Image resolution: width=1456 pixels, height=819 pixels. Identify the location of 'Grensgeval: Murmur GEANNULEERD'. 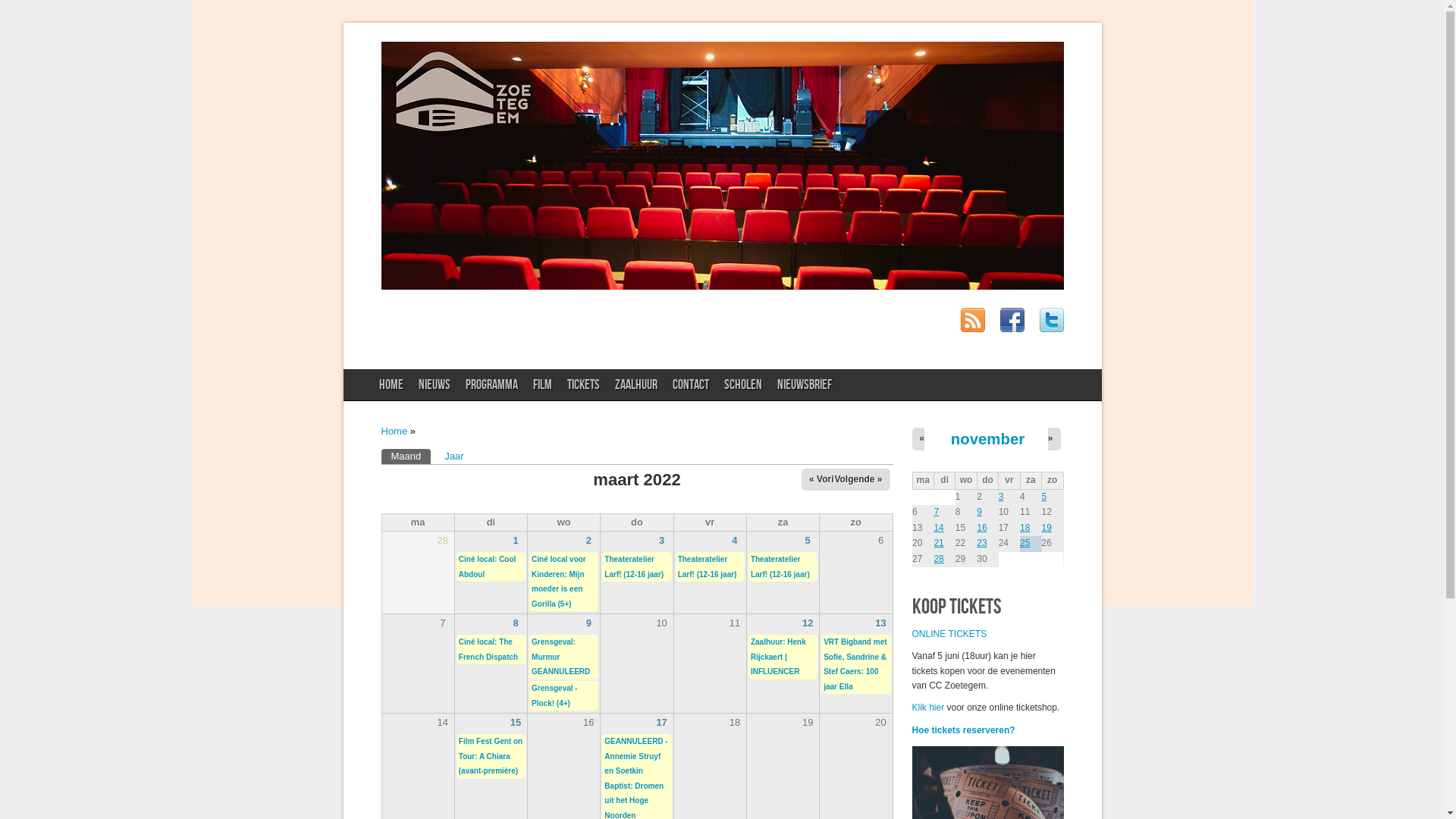
(560, 656).